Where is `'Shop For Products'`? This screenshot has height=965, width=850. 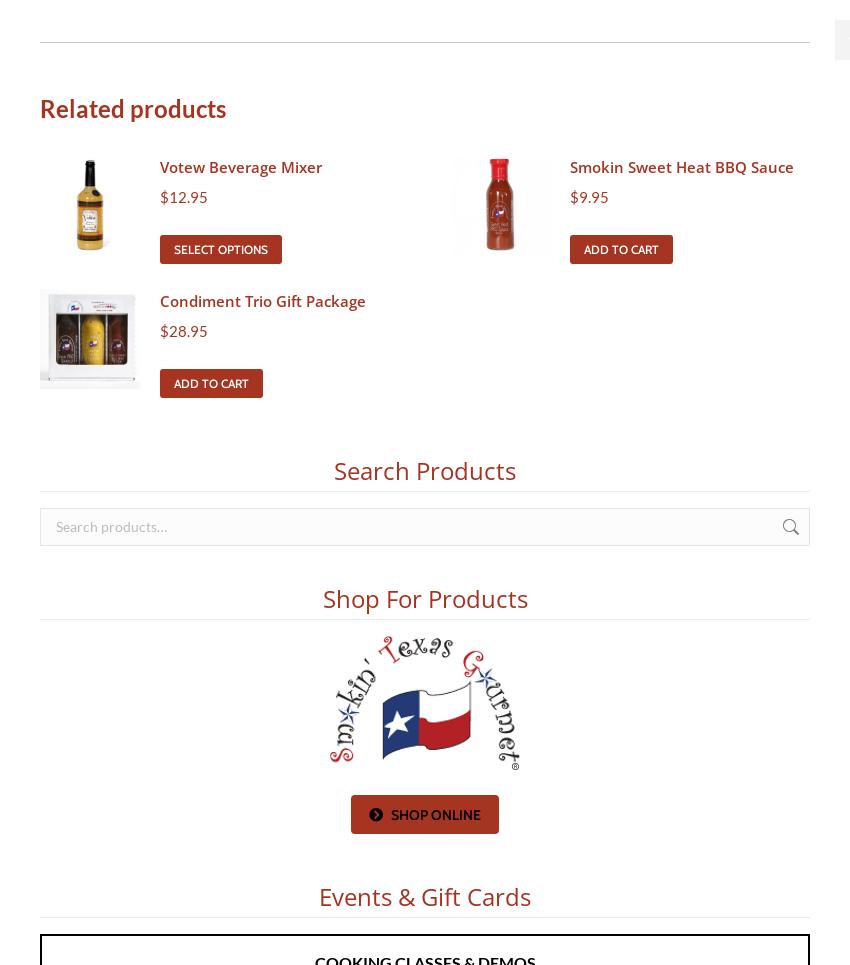 'Shop For Products' is located at coordinates (424, 596).